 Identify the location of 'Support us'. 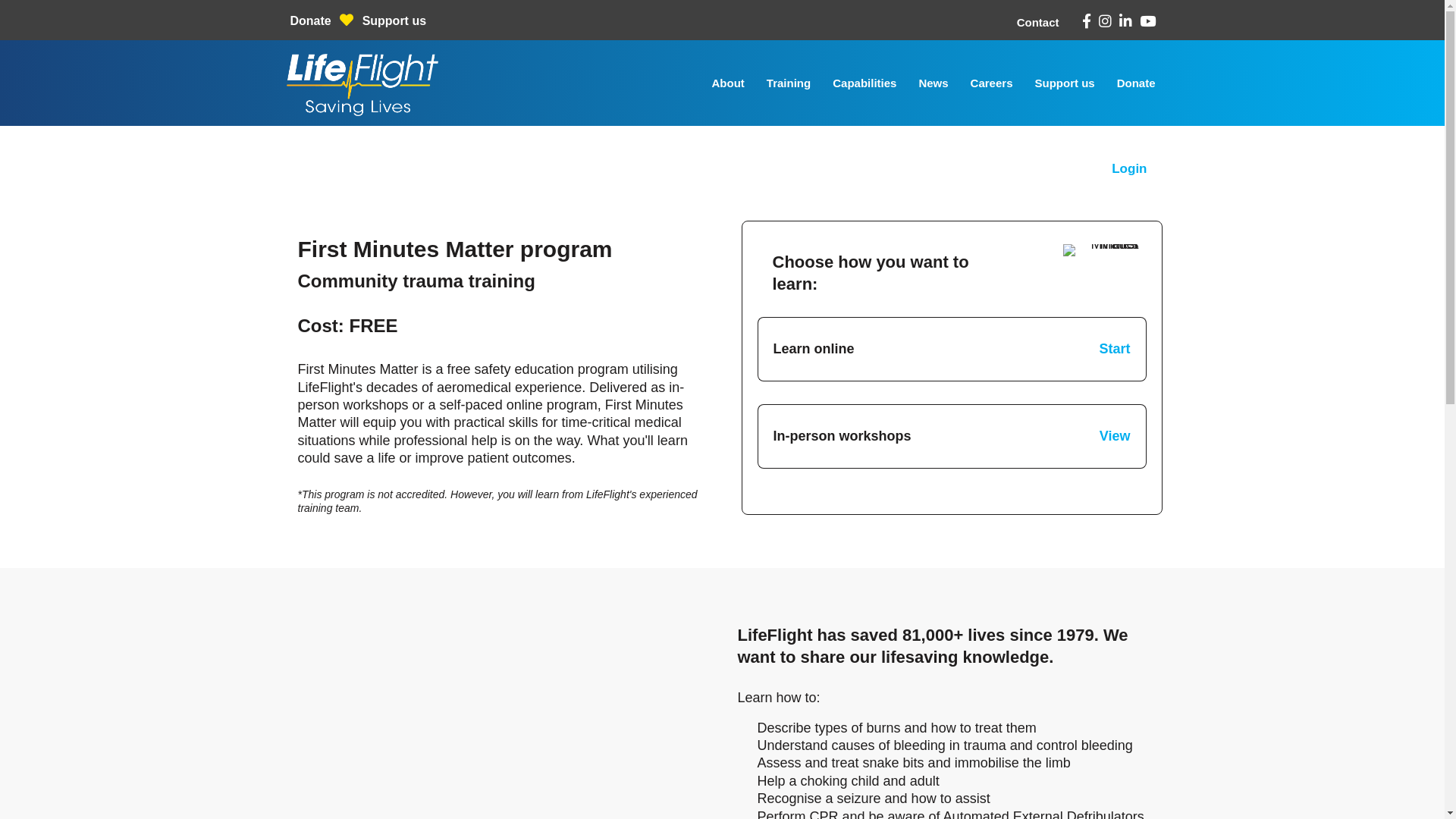
(1063, 83).